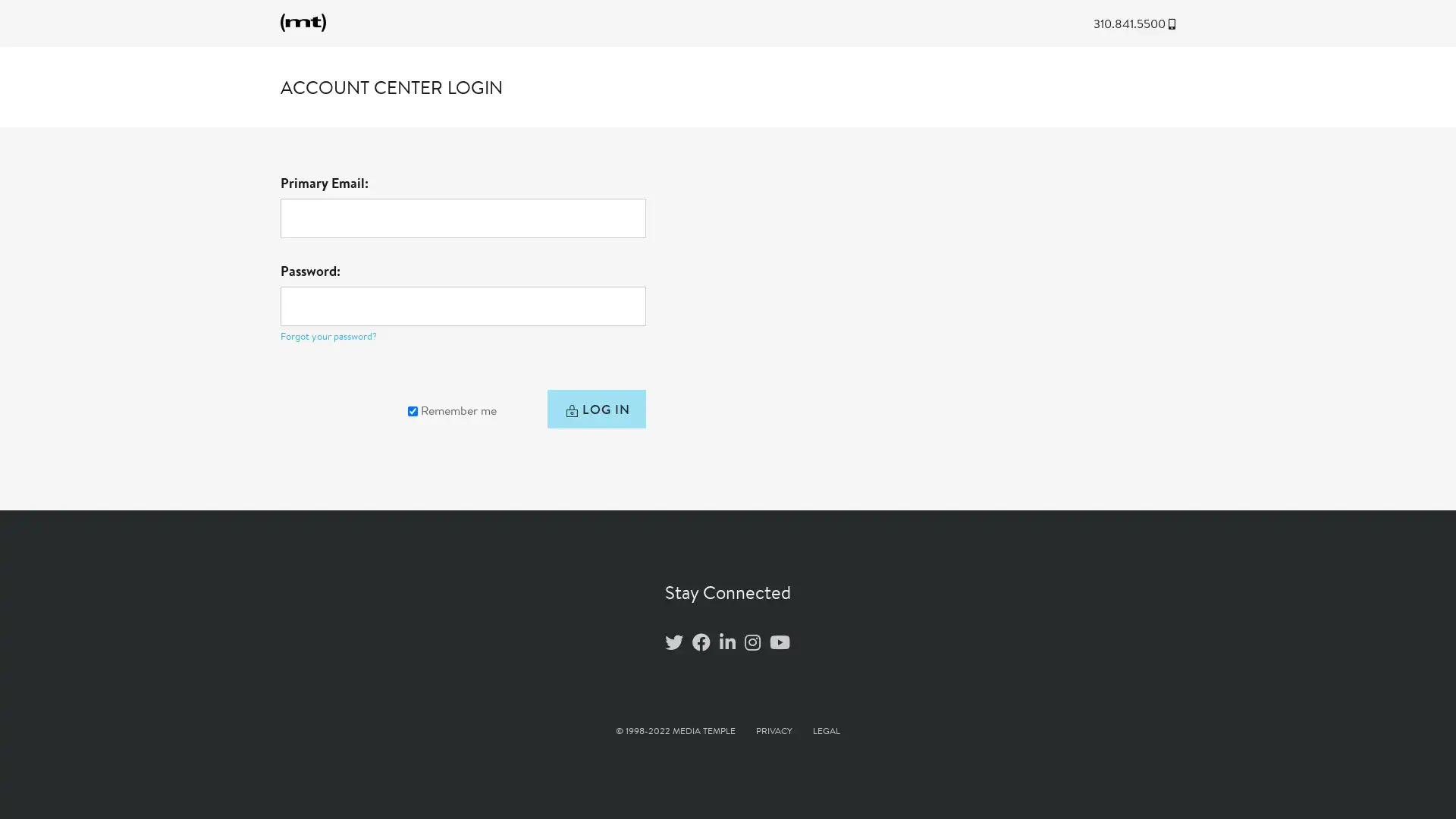  Describe the element at coordinates (593, 413) in the screenshot. I see `LOG IN` at that location.